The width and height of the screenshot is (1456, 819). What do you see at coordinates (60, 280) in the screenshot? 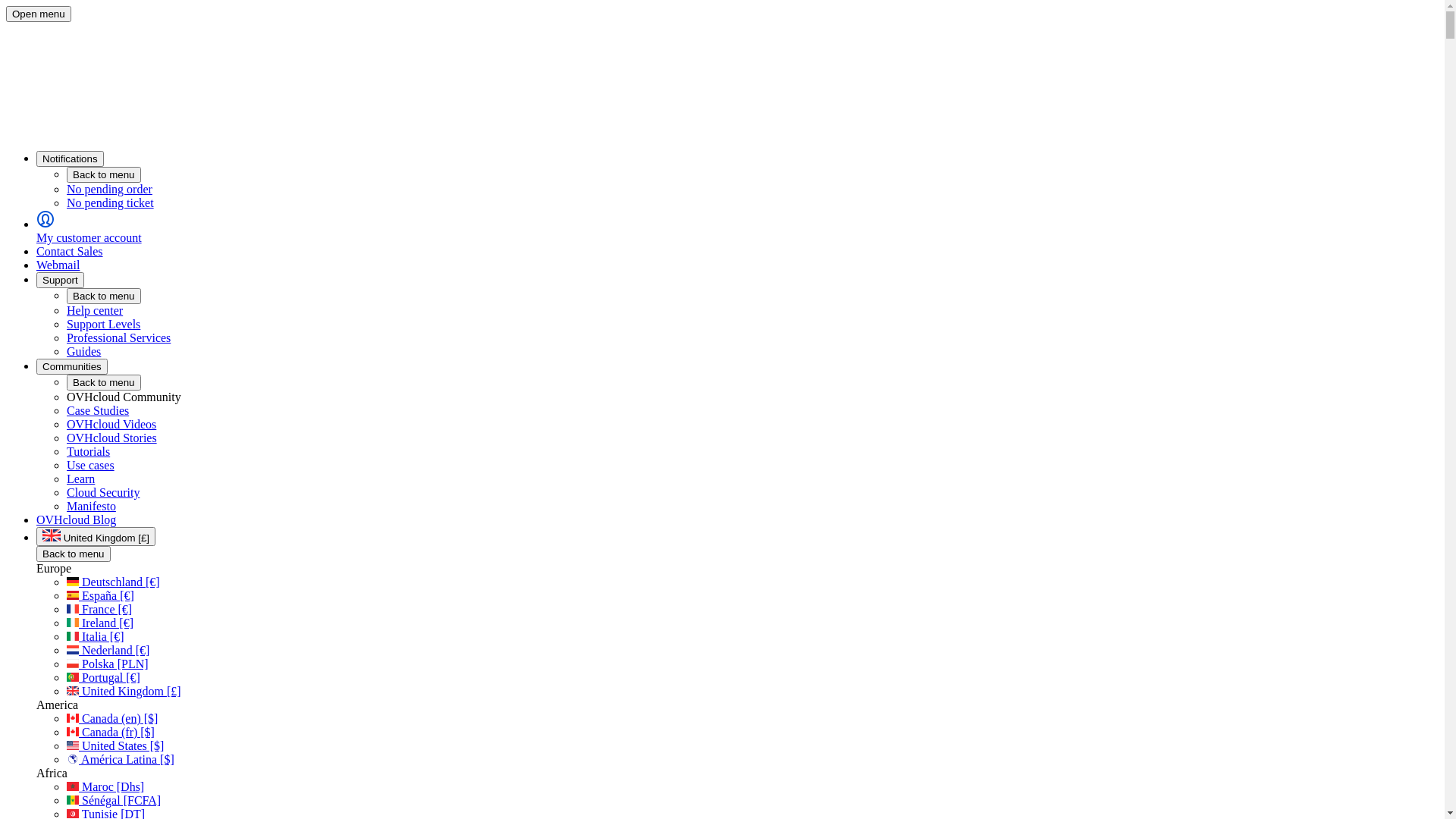
I see `'Support'` at bounding box center [60, 280].